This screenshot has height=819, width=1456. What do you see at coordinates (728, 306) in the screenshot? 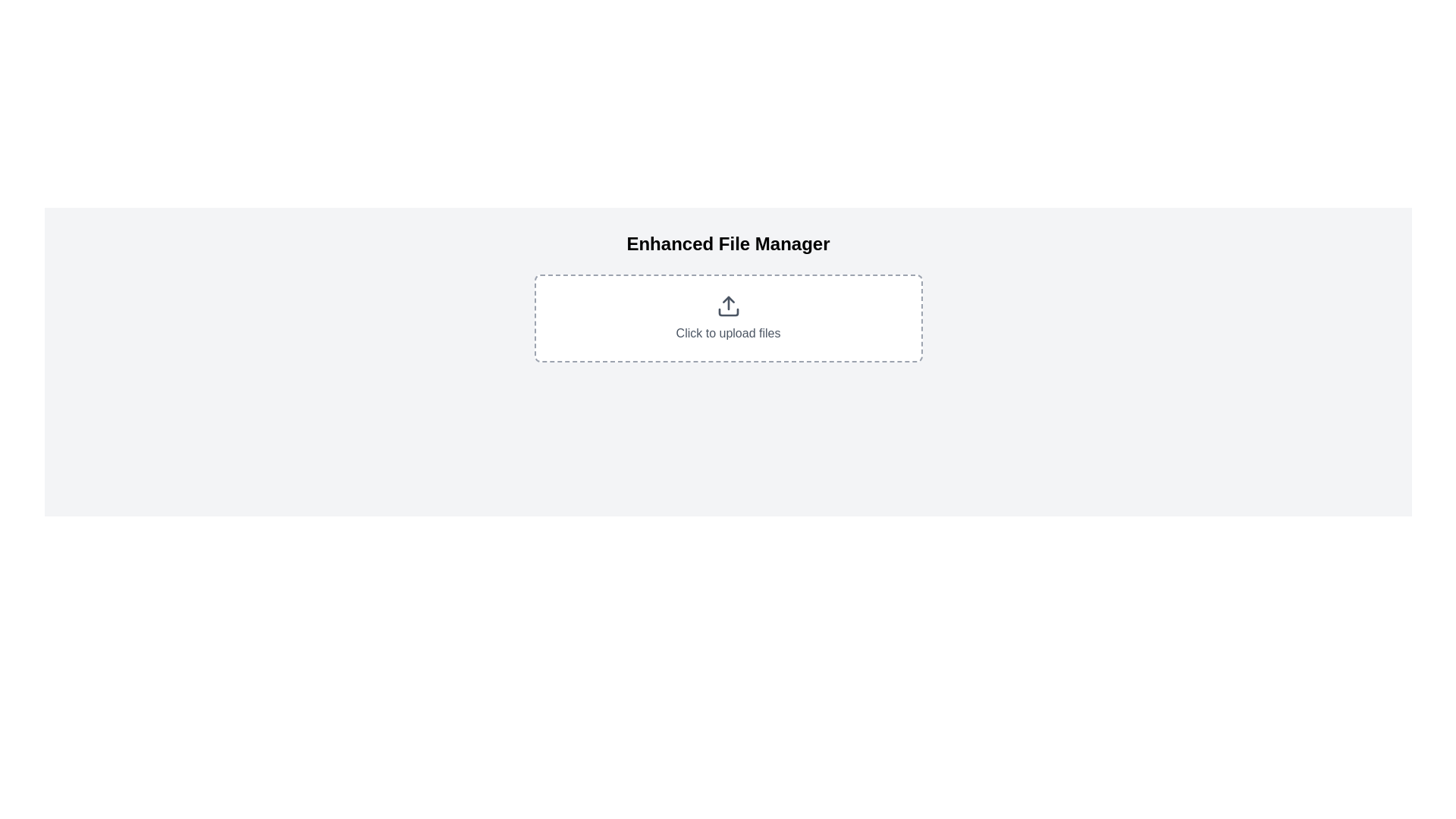
I see `the upload icon located within the bordered panel labeled 'Click to upload files', which serves as an illustrative icon for the upload feature` at bounding box center [728, 306].